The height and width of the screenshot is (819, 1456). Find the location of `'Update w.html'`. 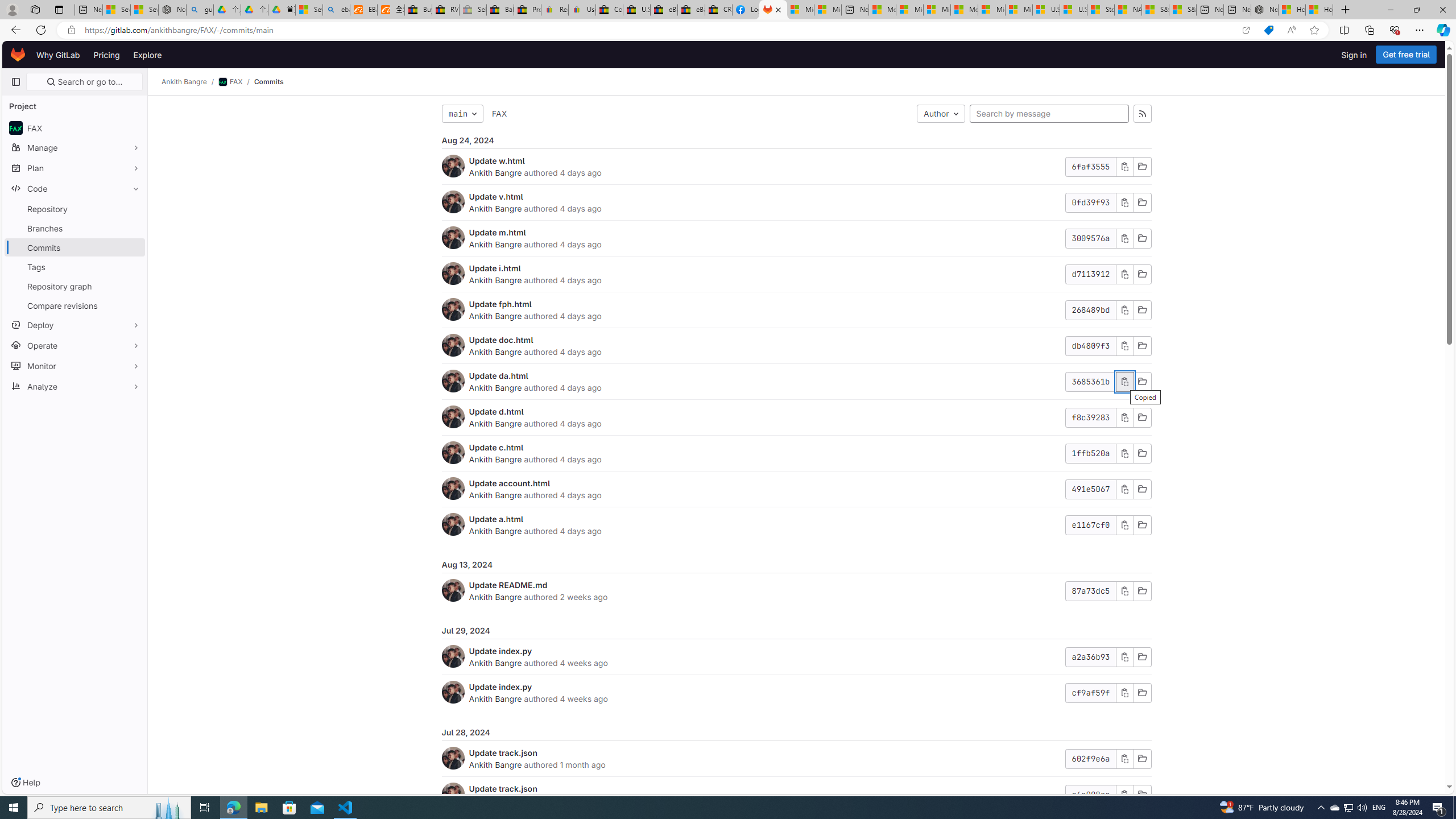

'Update w.html' is located at coordinates (497, 160).